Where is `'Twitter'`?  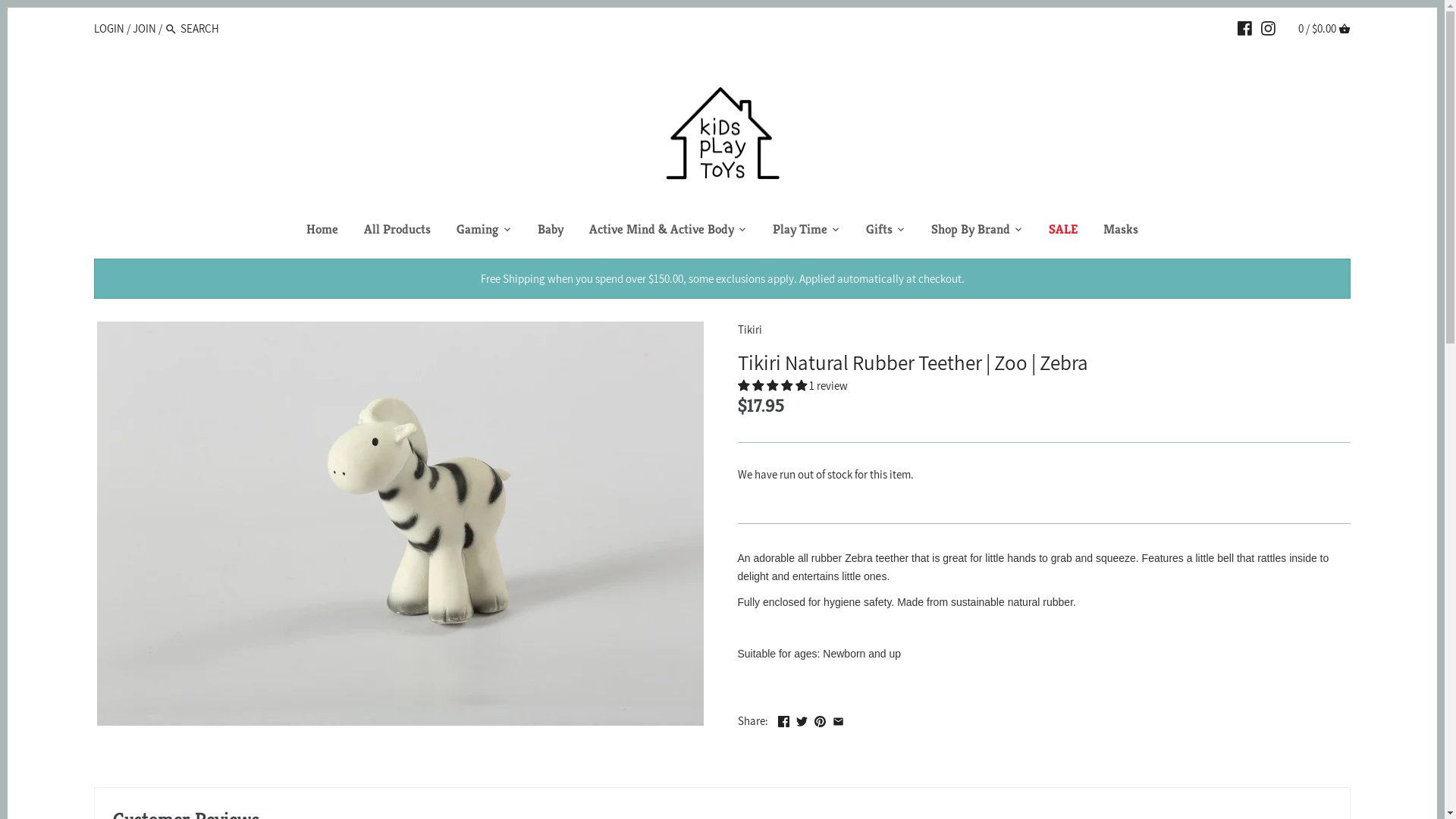 'Twitter' is located at coordinates (801, 718).